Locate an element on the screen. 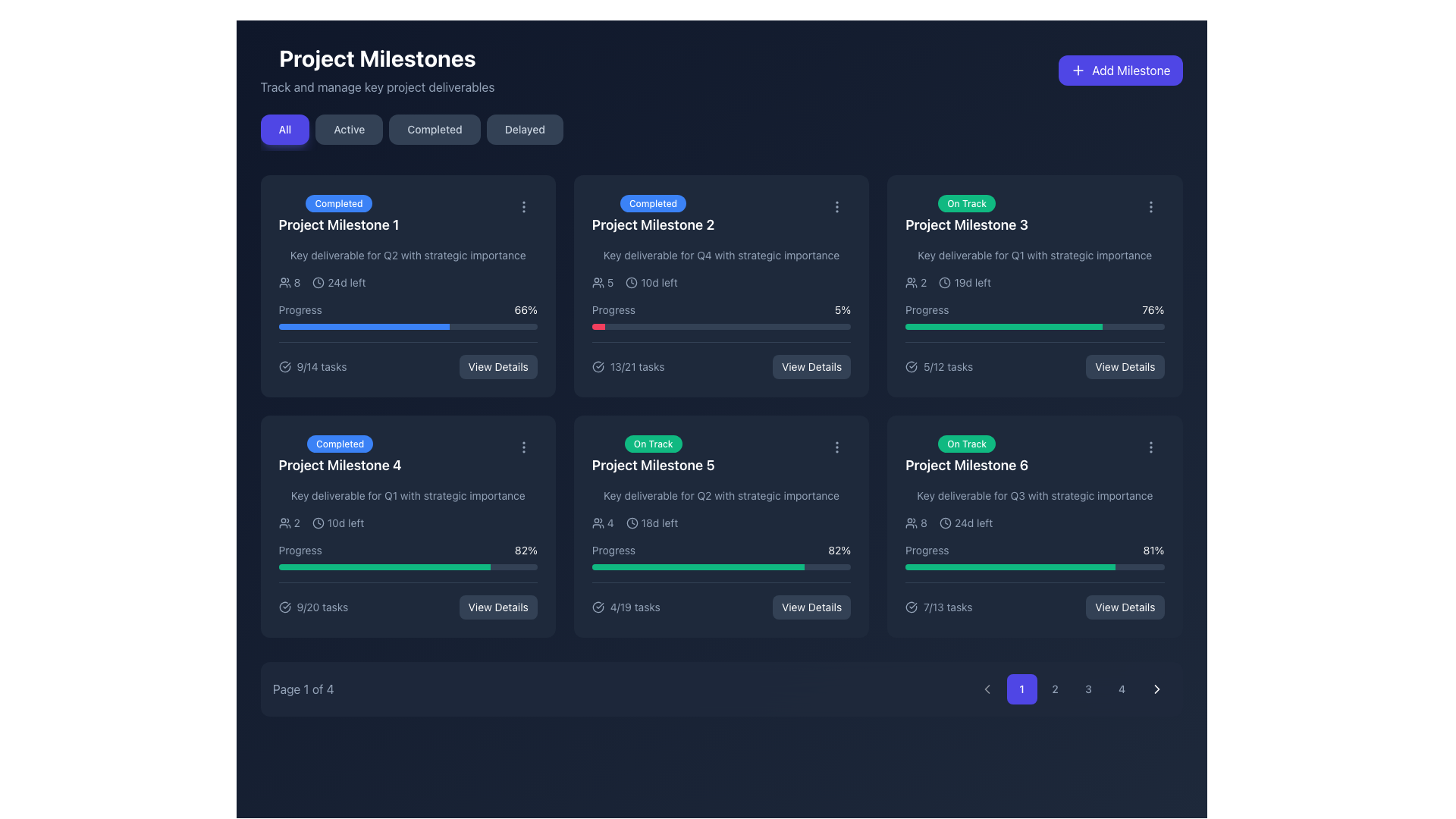 The image size is (1456, 819). the 'View Details' button, which has a dark slate-gray background and rounded corners is located at coordinates (498, 607).